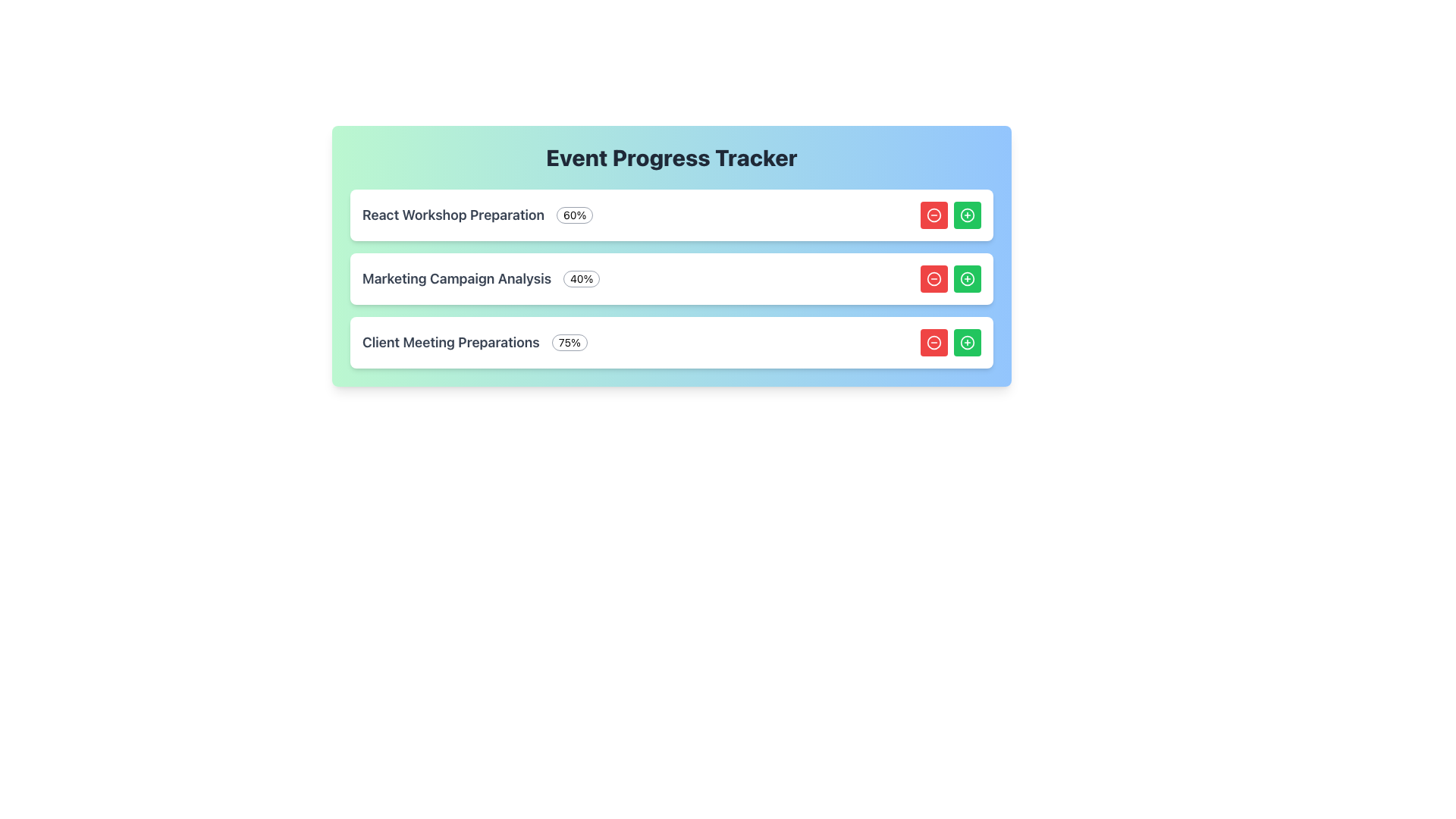  Describe the element at coordinates (934, 342) in the screenshot. I see `the decrement button located in the rightmost section of the first row of items` at that location.